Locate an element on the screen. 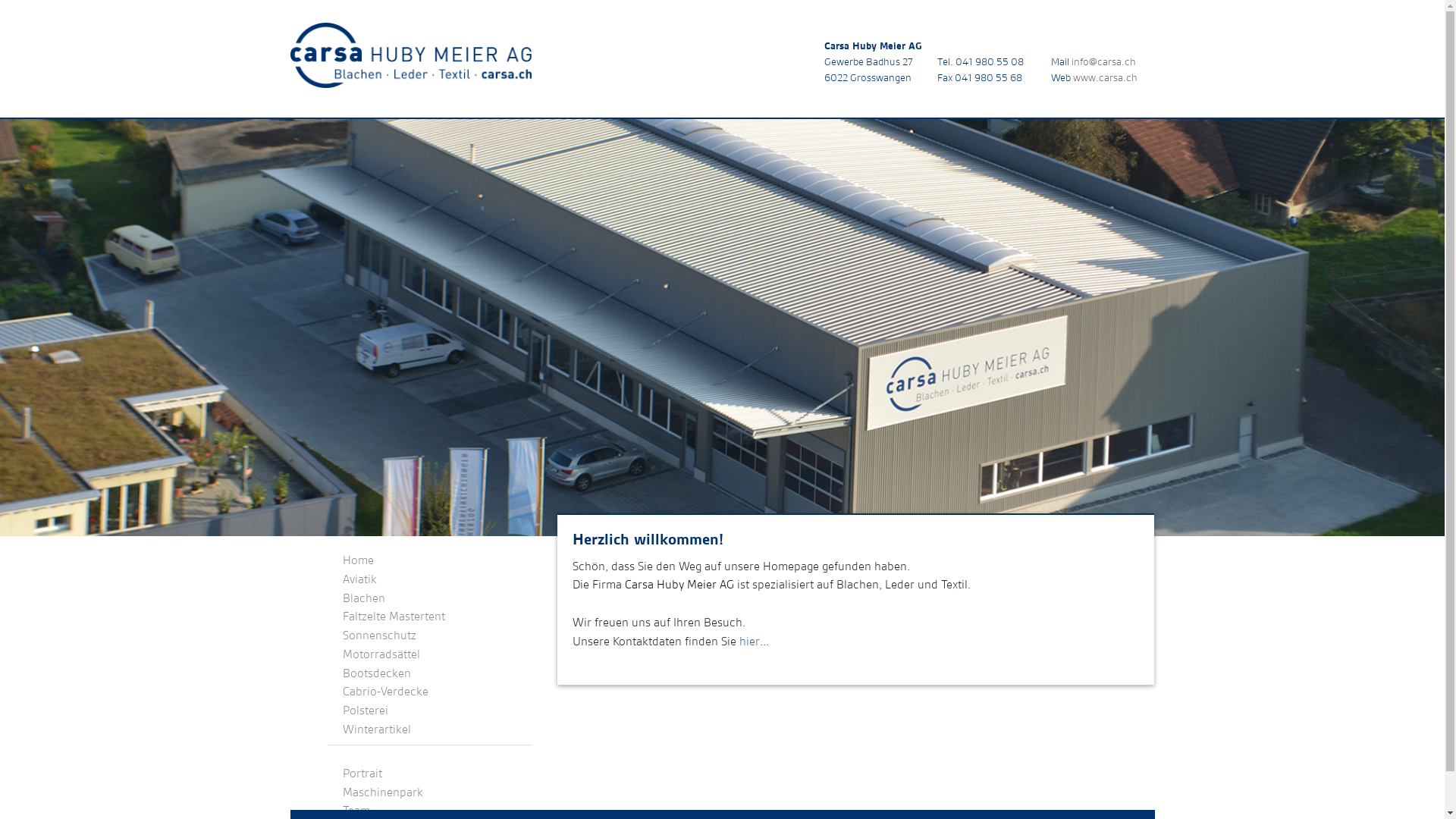  'Winterartikel' is located at coordinates (377, 728).